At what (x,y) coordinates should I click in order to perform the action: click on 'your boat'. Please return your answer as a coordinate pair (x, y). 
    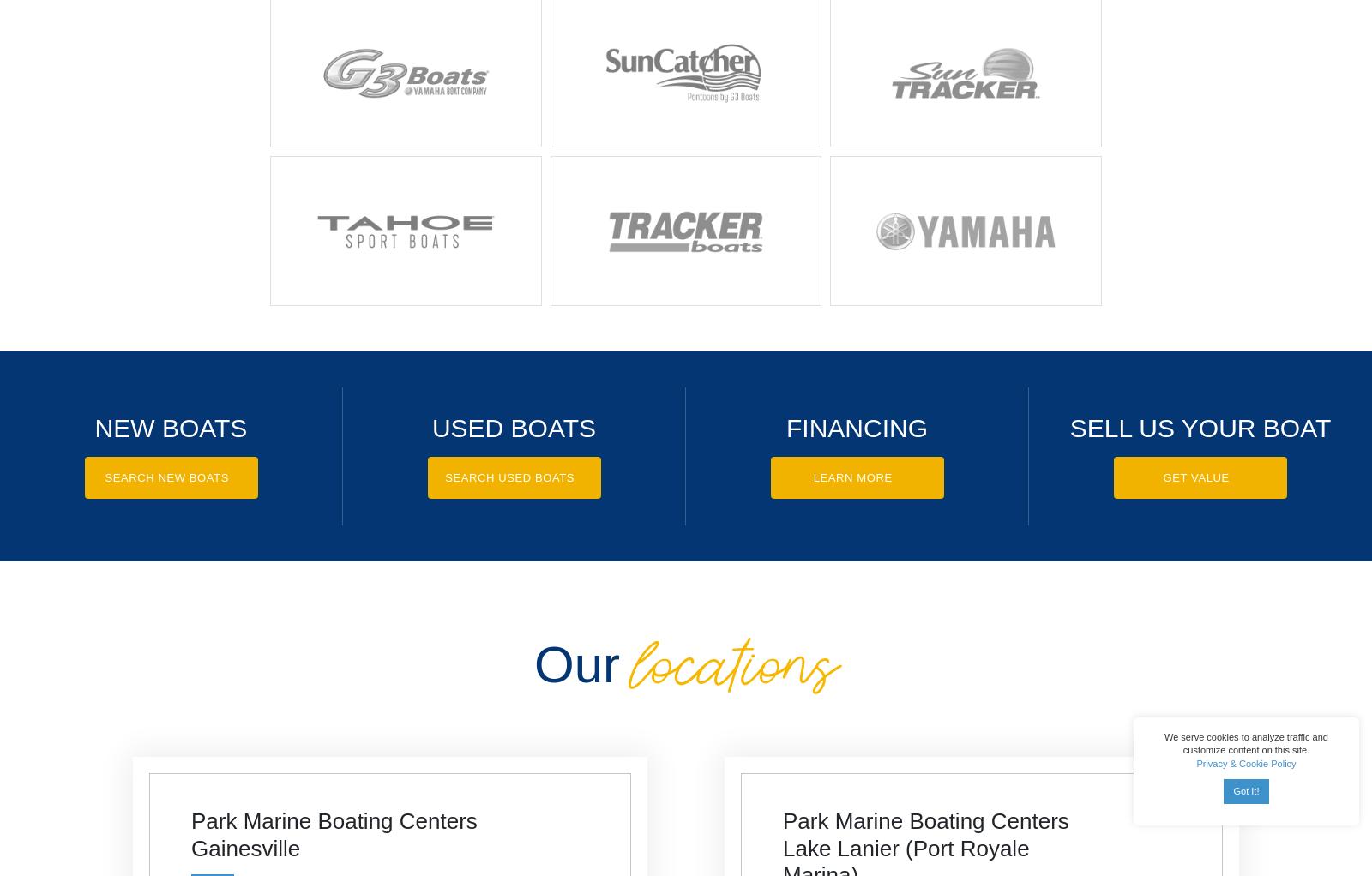
    Looking at the image, I should click on (1255, 427).